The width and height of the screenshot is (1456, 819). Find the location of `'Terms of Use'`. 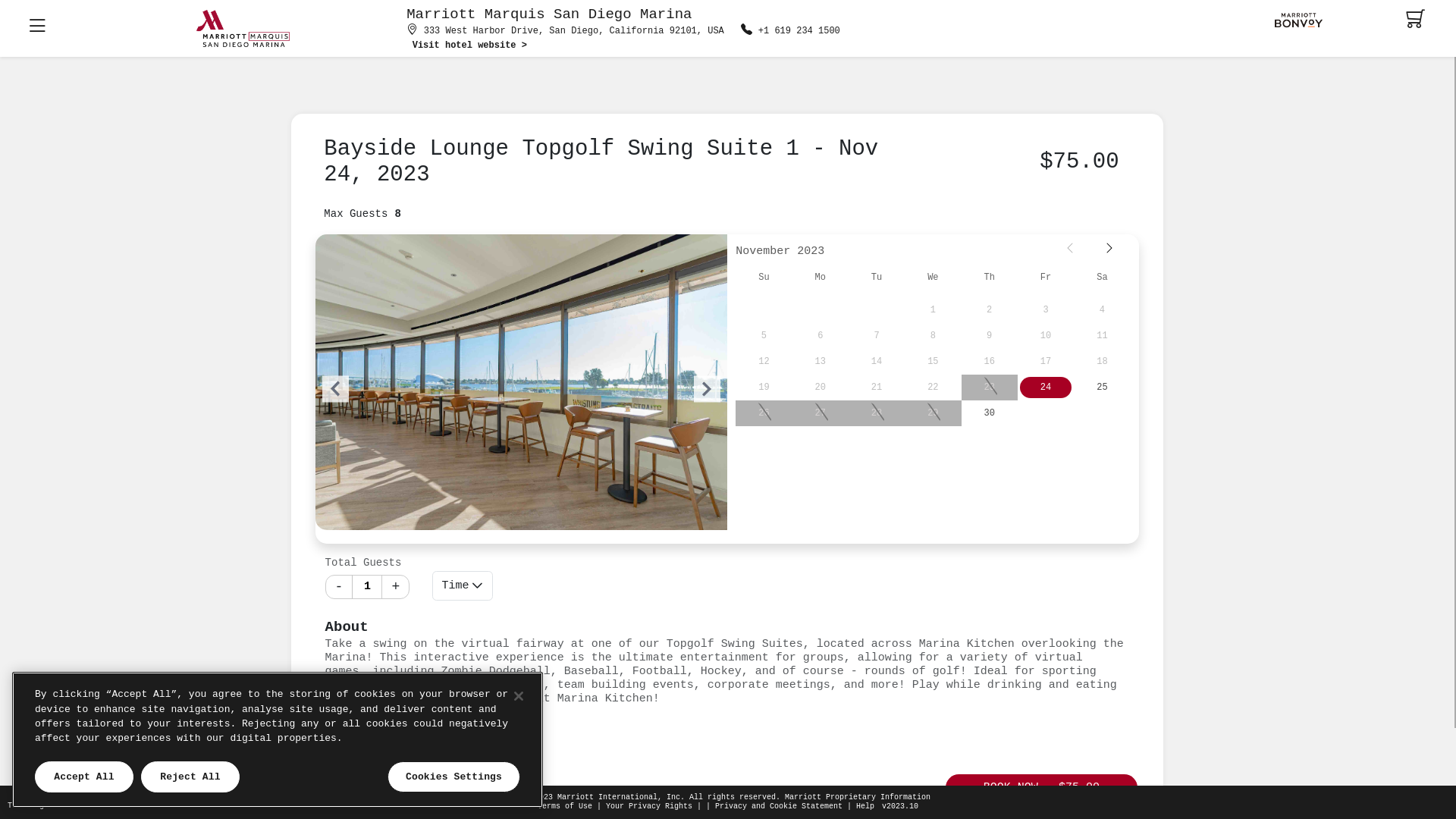

'Terms of Use' is located at coordinates (563, 805).